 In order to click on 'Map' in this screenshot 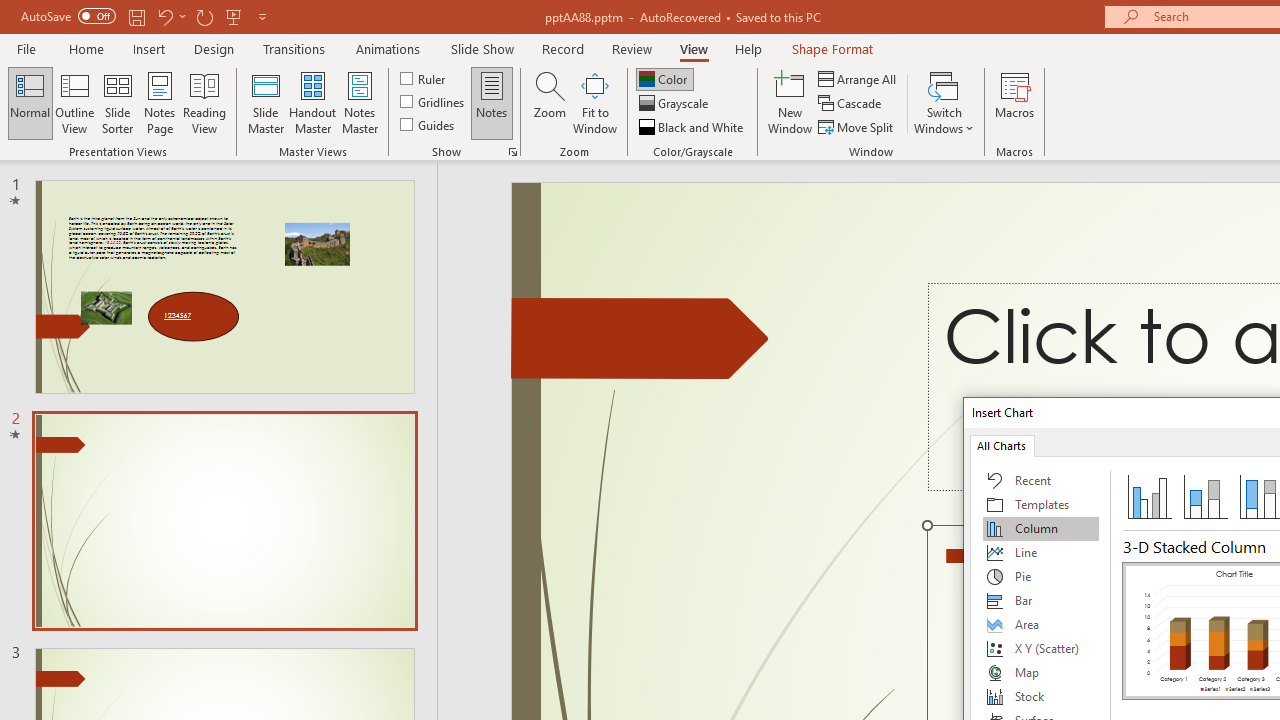, I will do `click(1040, 672)`.